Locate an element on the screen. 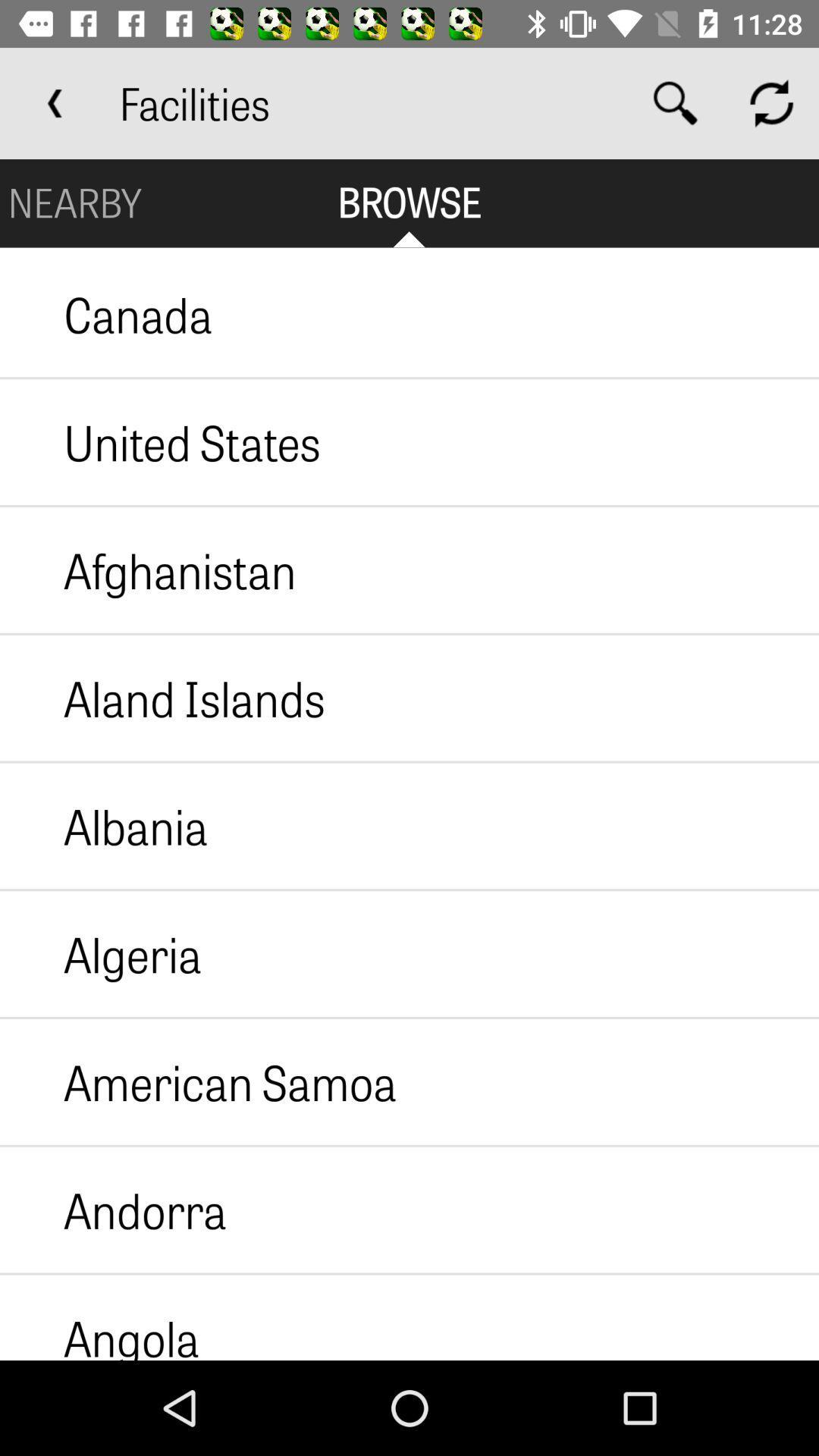 The image size is (819, 1456). icon below the united states item is located at coordinates (148, 569).